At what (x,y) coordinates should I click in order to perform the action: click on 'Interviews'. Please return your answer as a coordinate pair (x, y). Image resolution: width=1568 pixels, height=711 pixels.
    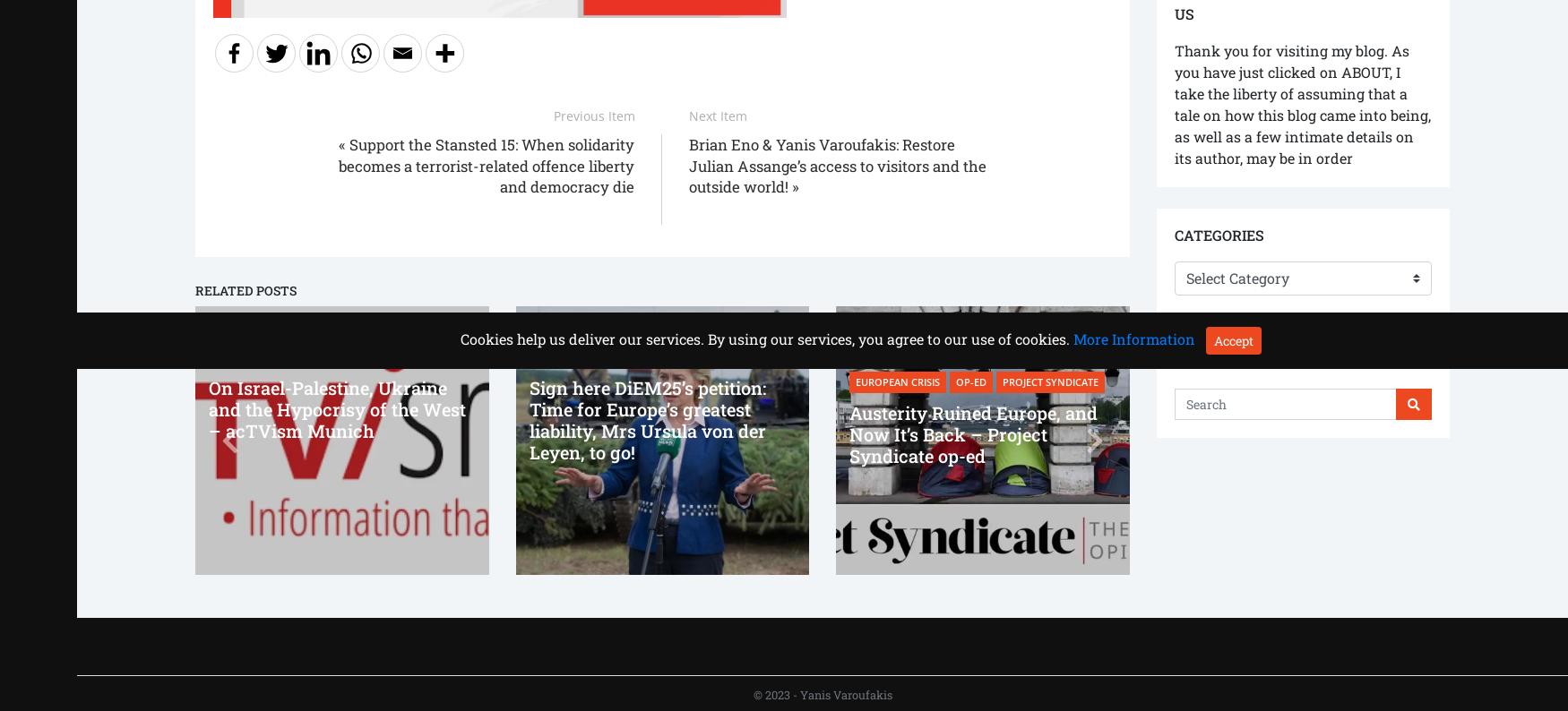
    Looking at the image, I should click on (425, 330).